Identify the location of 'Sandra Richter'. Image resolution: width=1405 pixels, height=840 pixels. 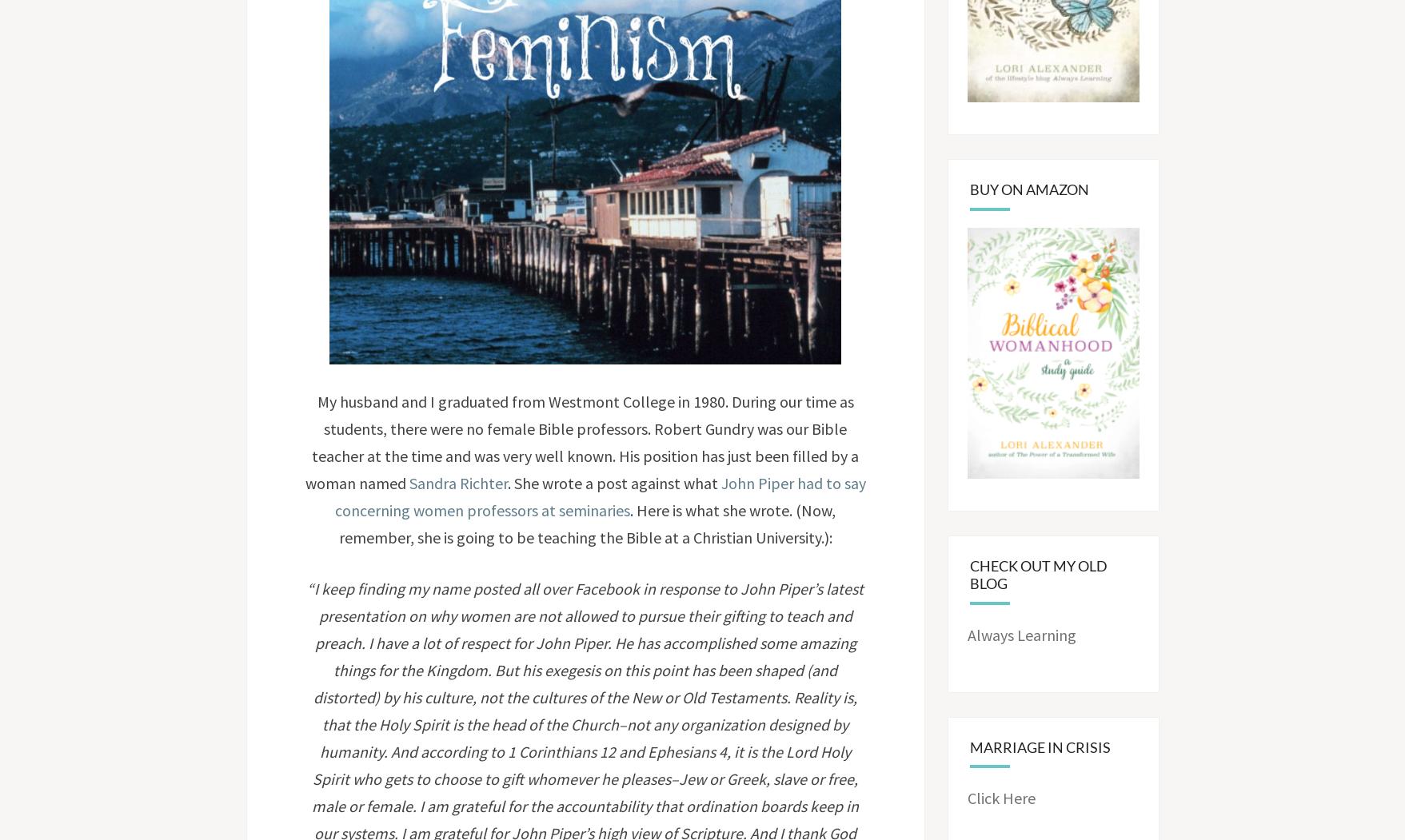
(457, 483).